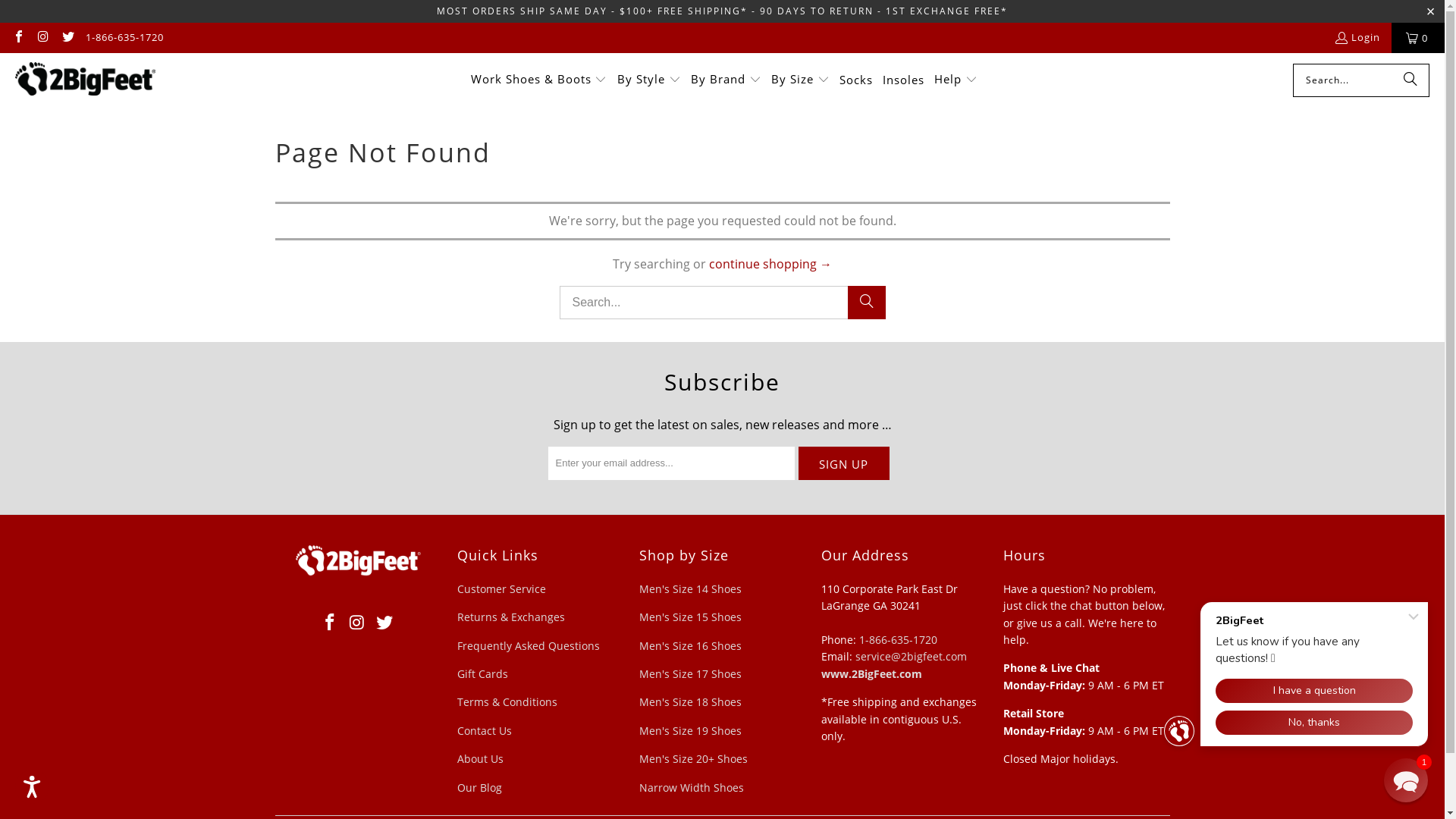 The height and width of the screenshot is (819, 1456). I want to click on 'Sign Up', so click(843, 462).